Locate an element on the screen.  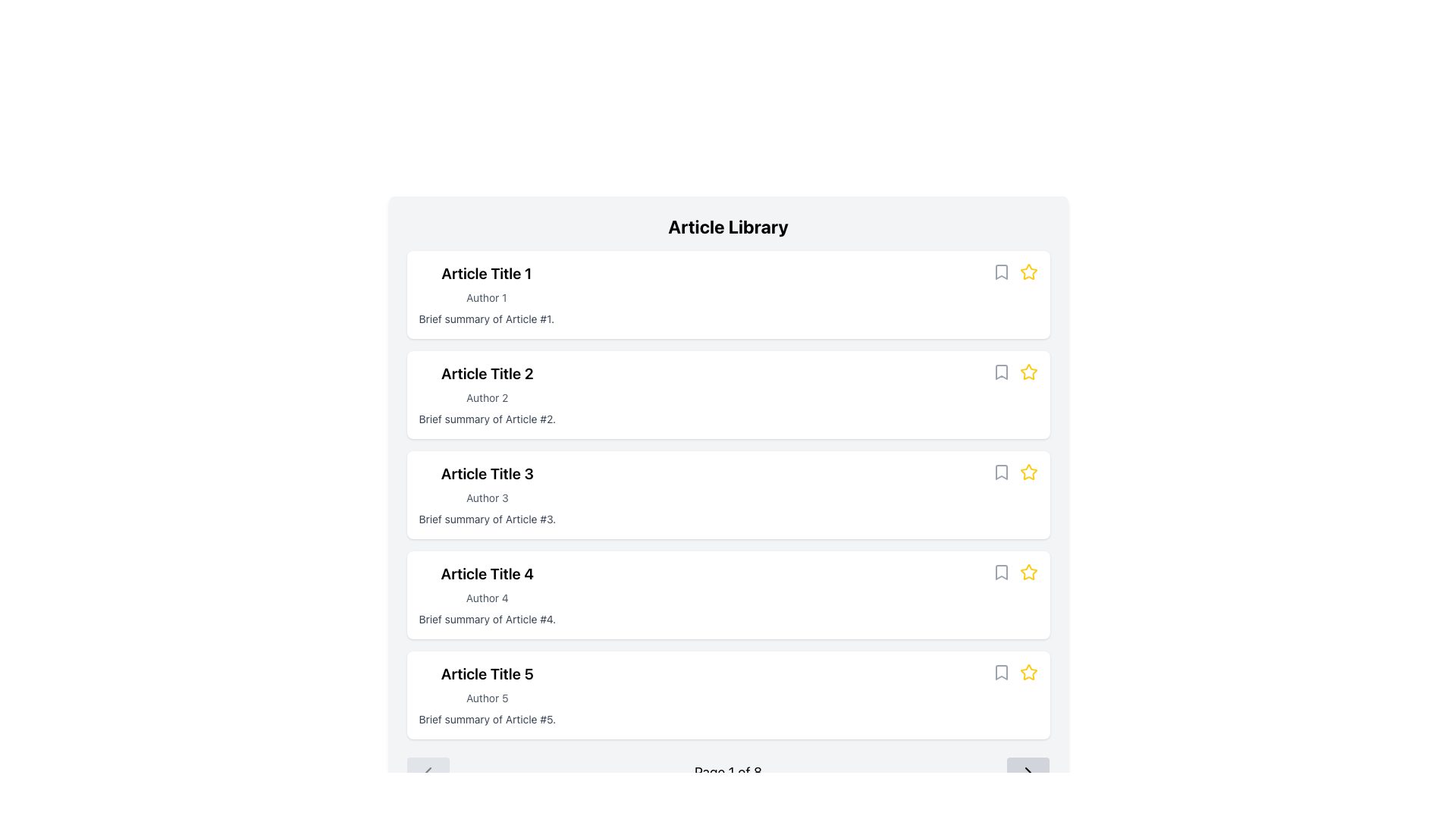
the yellow star-shaped icon located in the header section of the article card is located at coordinates (1028, 472).